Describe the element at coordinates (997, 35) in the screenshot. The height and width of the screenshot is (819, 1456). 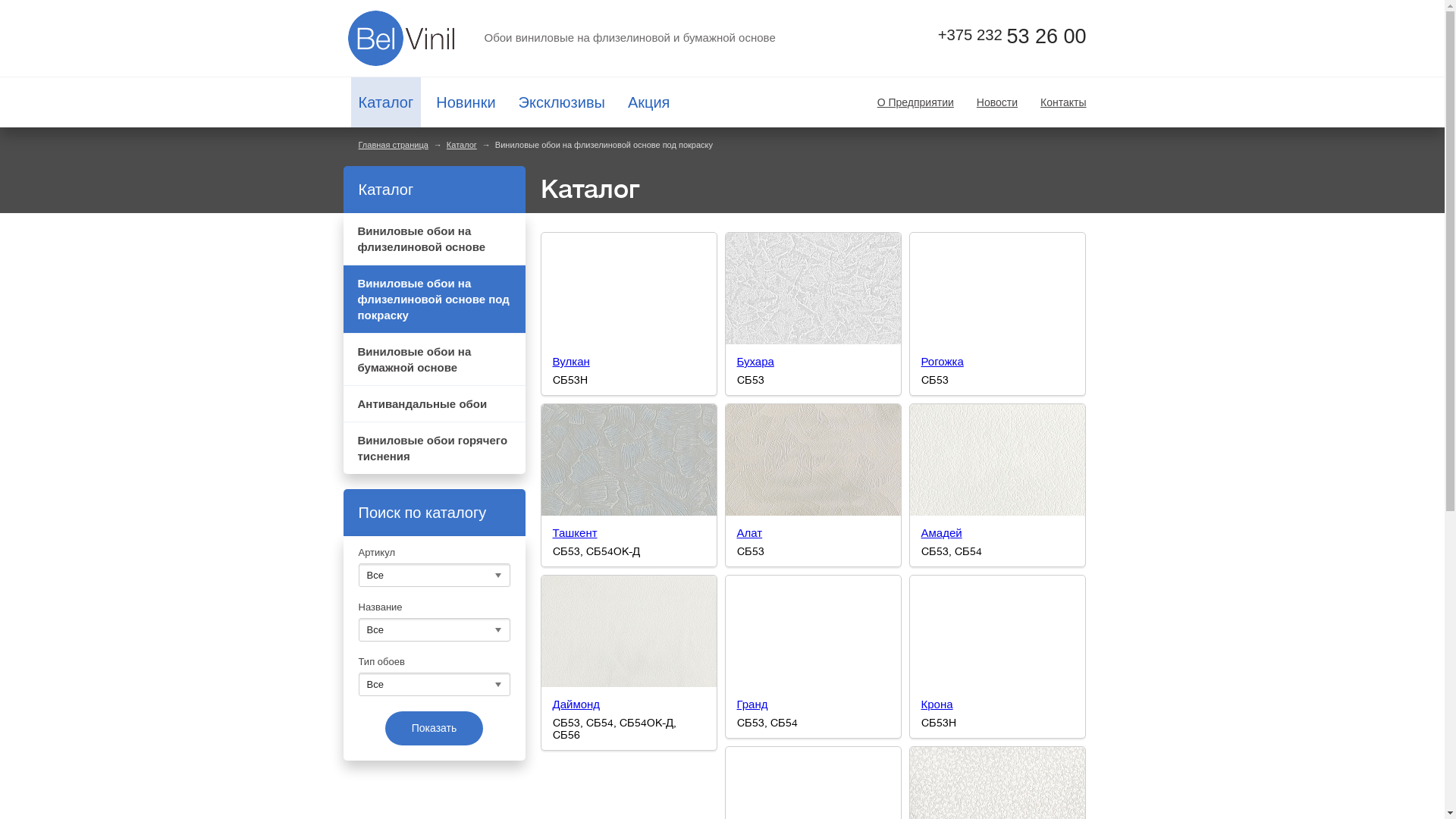
I see `'+375 232 53 26 00'` at that location.